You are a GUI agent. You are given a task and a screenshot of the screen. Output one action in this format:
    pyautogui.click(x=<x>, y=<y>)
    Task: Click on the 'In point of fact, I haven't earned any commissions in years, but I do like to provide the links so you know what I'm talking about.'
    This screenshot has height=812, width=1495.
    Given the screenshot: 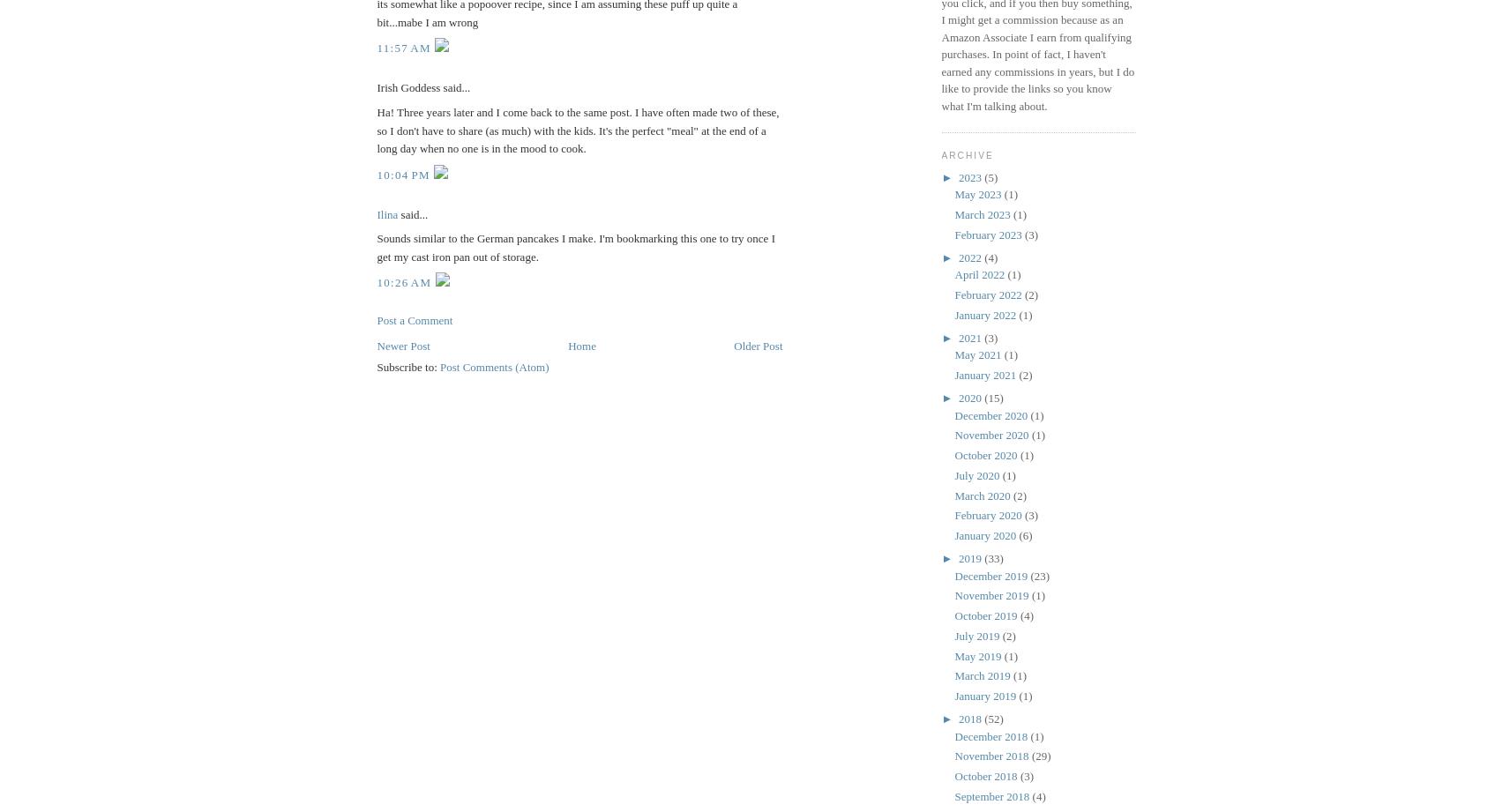 What is the action you would take?
    pyautogui.click(x=1037, y=79)
    